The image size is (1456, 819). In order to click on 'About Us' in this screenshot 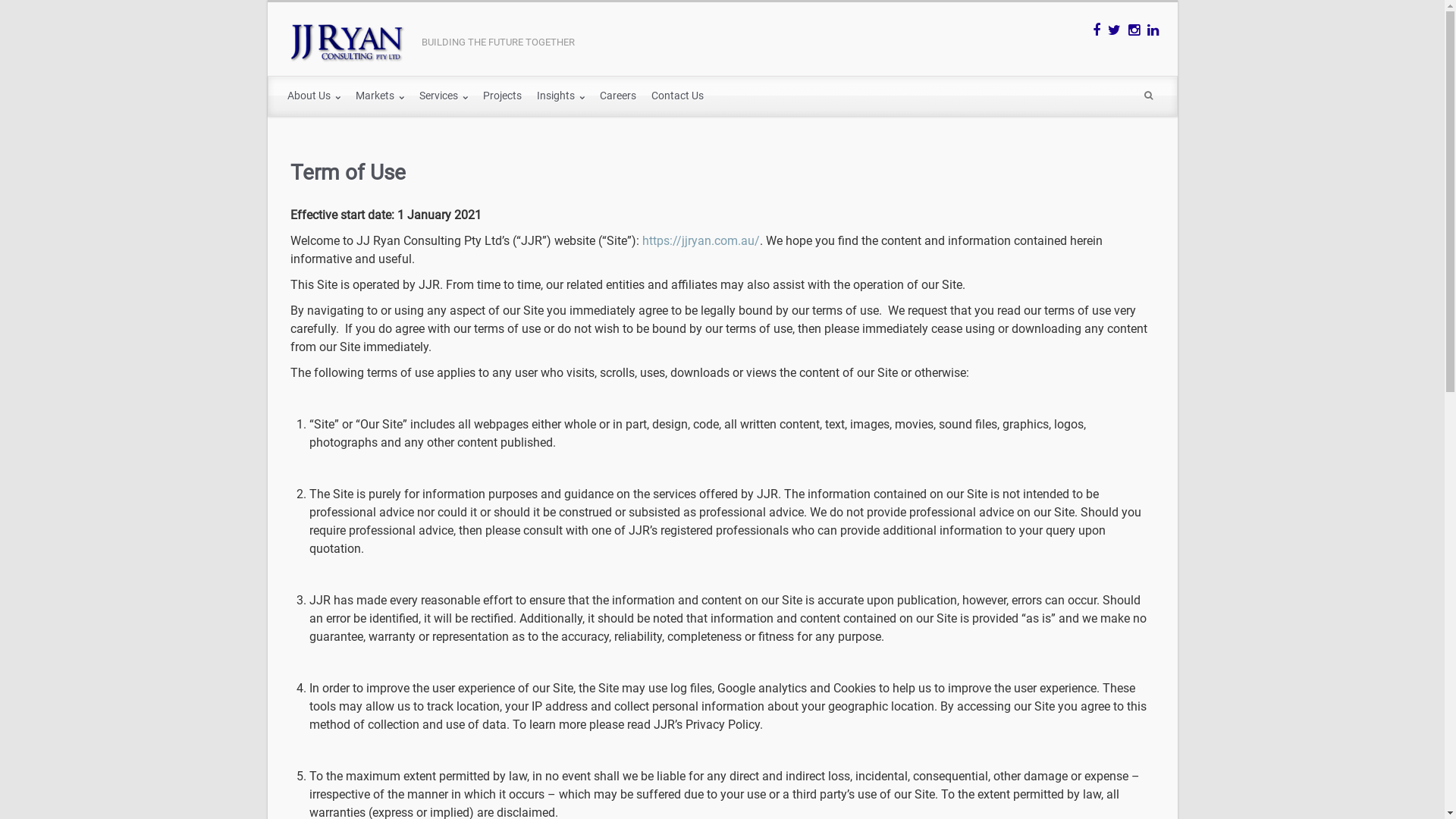, I will do `click(279, 96)`.